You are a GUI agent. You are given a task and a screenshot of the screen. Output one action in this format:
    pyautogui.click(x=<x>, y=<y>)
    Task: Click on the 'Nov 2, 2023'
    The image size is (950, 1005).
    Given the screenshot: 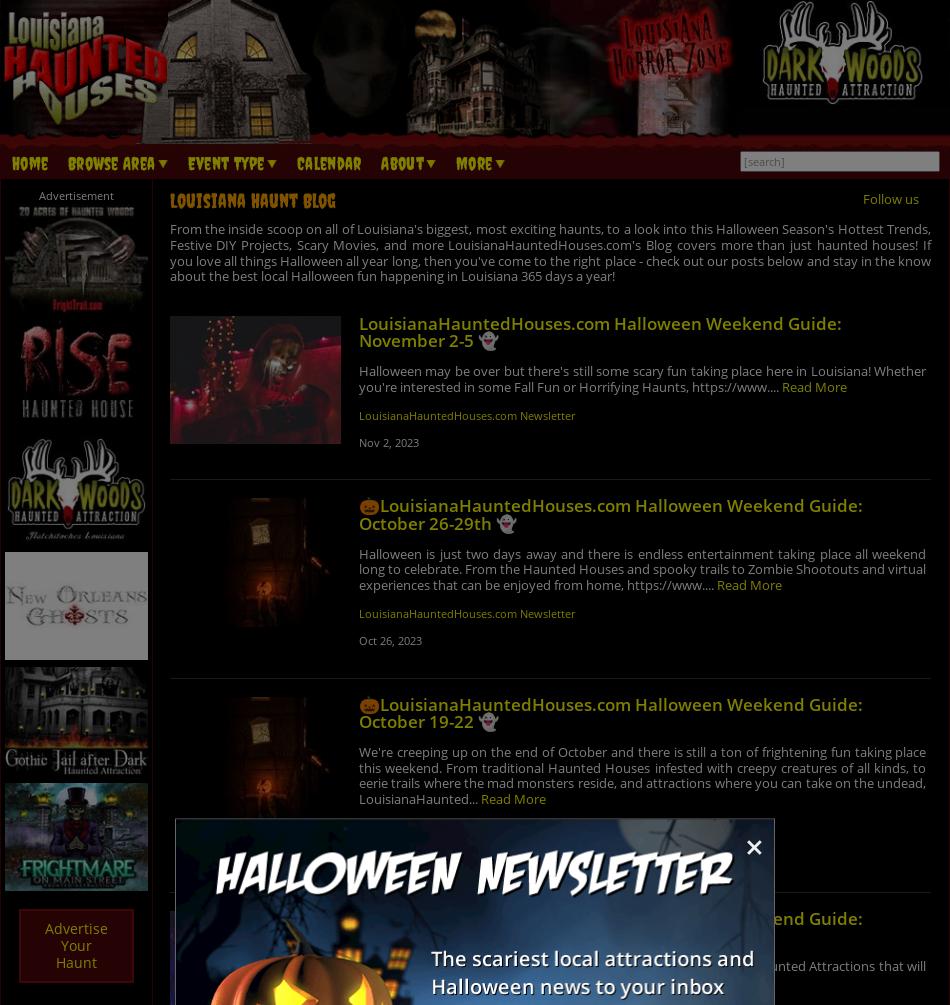 What is the action you would take?
    pyautogui.click(x=386, y=441)
    